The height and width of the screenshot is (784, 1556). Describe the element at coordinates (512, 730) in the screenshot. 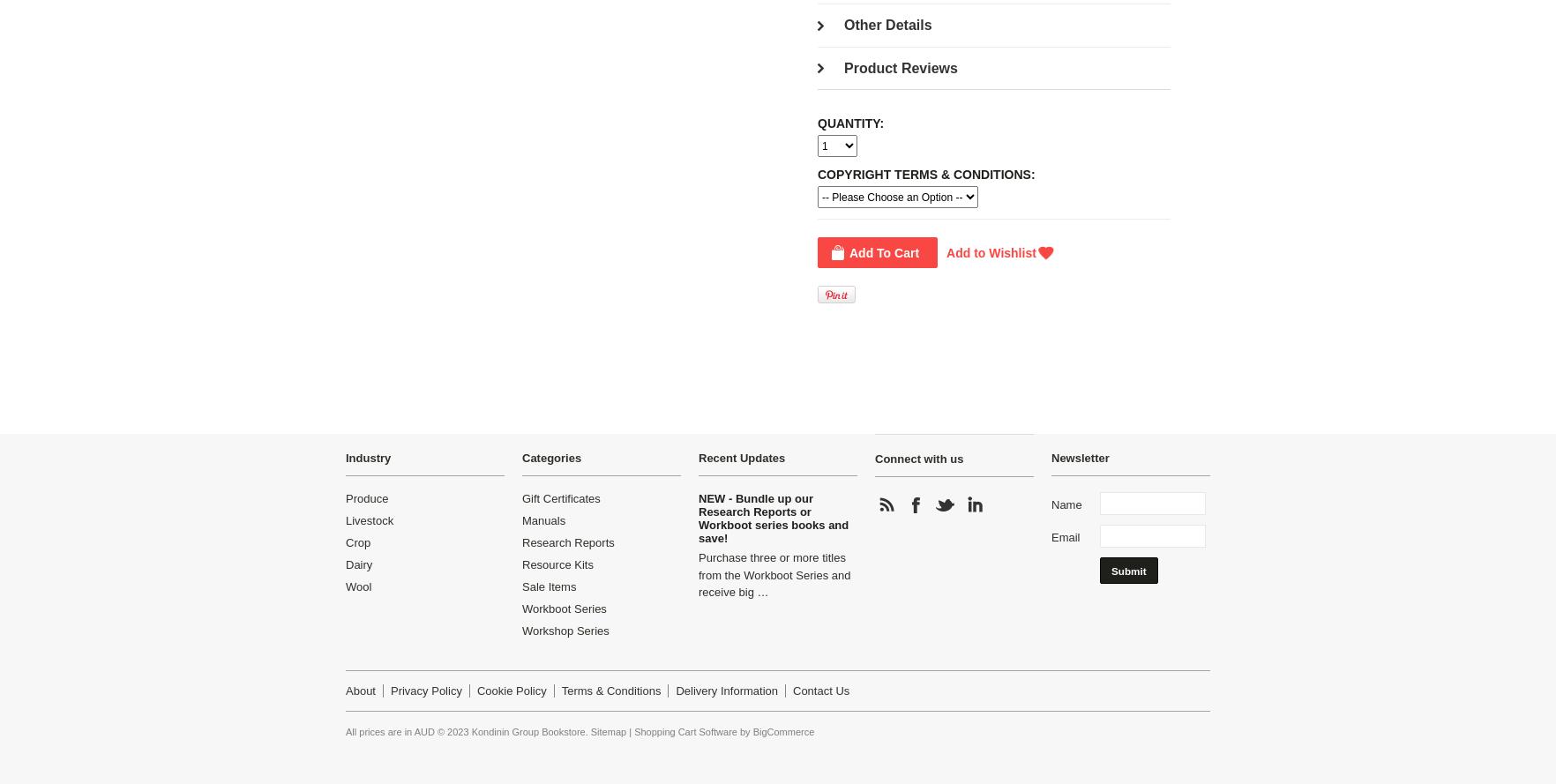

I see `'© 2023 Kondinin Group Bookstore.'` at that location.